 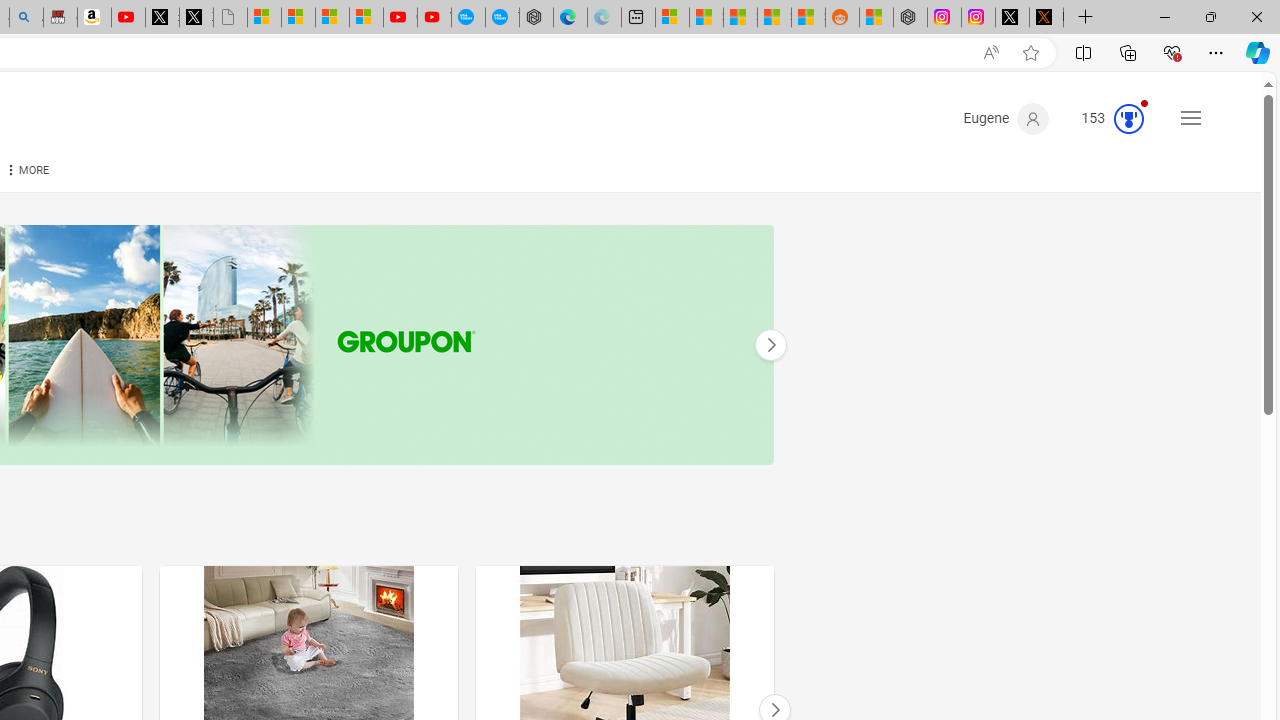 What do you see at coordinates (1082, 51) in the screenshot?
I see `'Split screen'` at bounding box center [1082, 51].